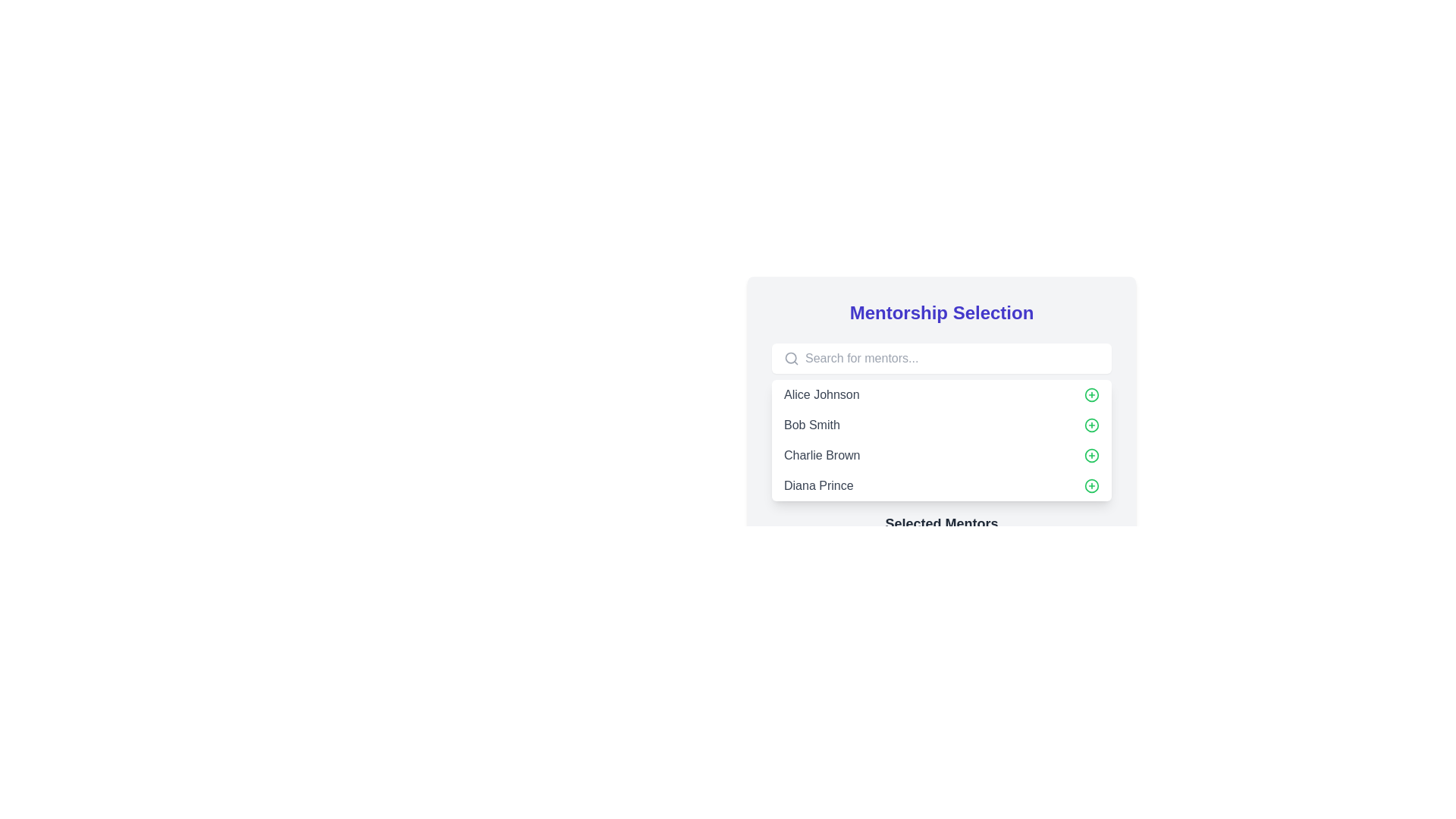 The image size is (1456, 819). Describe the element at coordinates (1092, 485) in the screenshot. I see `the button` at that location.